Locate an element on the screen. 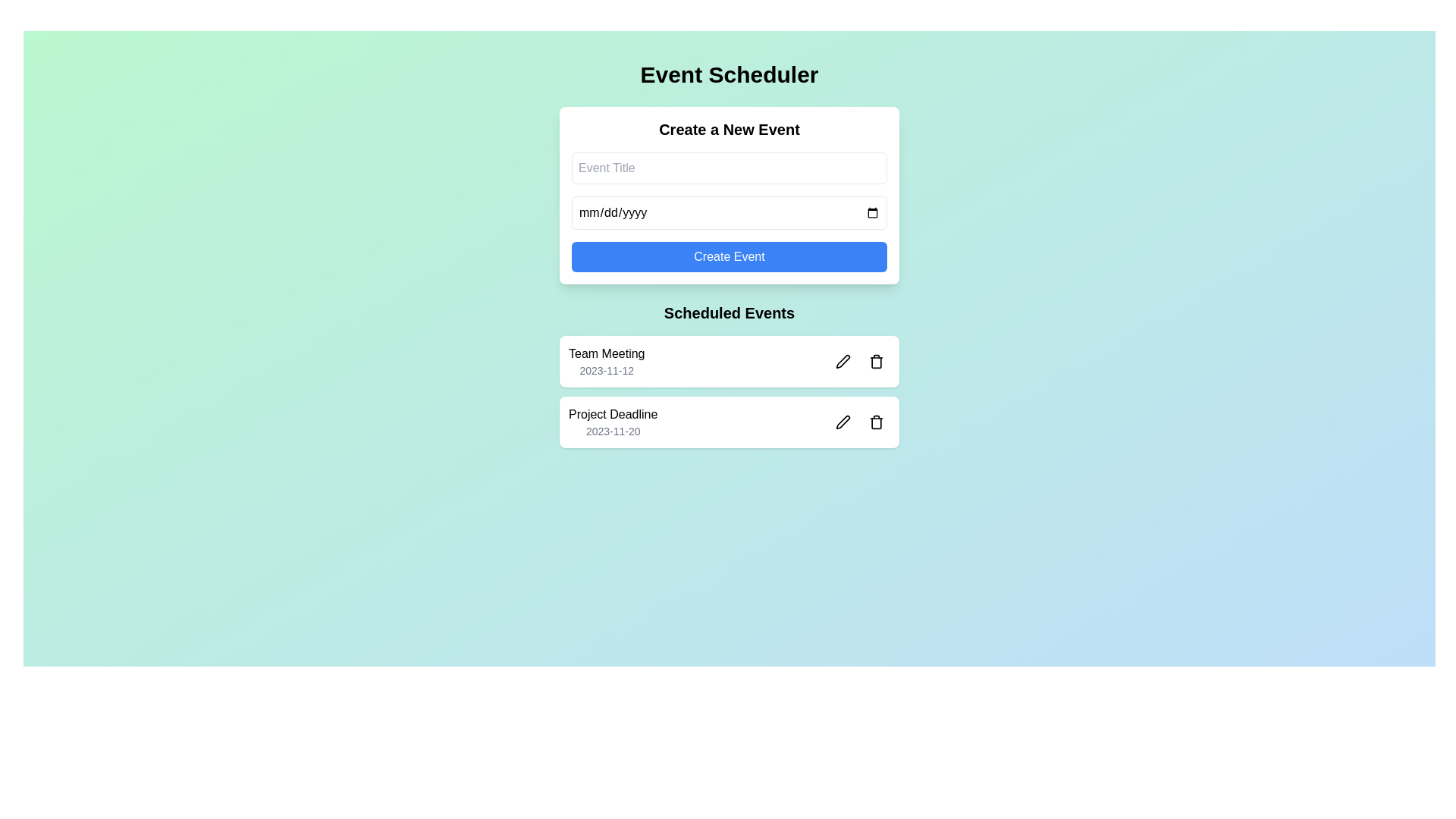 This screenshot has width=1456, height=819. event information displayed in the 'Scheduled Events' section, specifically the text 'Team Meeting' and the date '2023-11-12', which is located in the first row above 'Project Deadline' is located at coordinates (607, 362).